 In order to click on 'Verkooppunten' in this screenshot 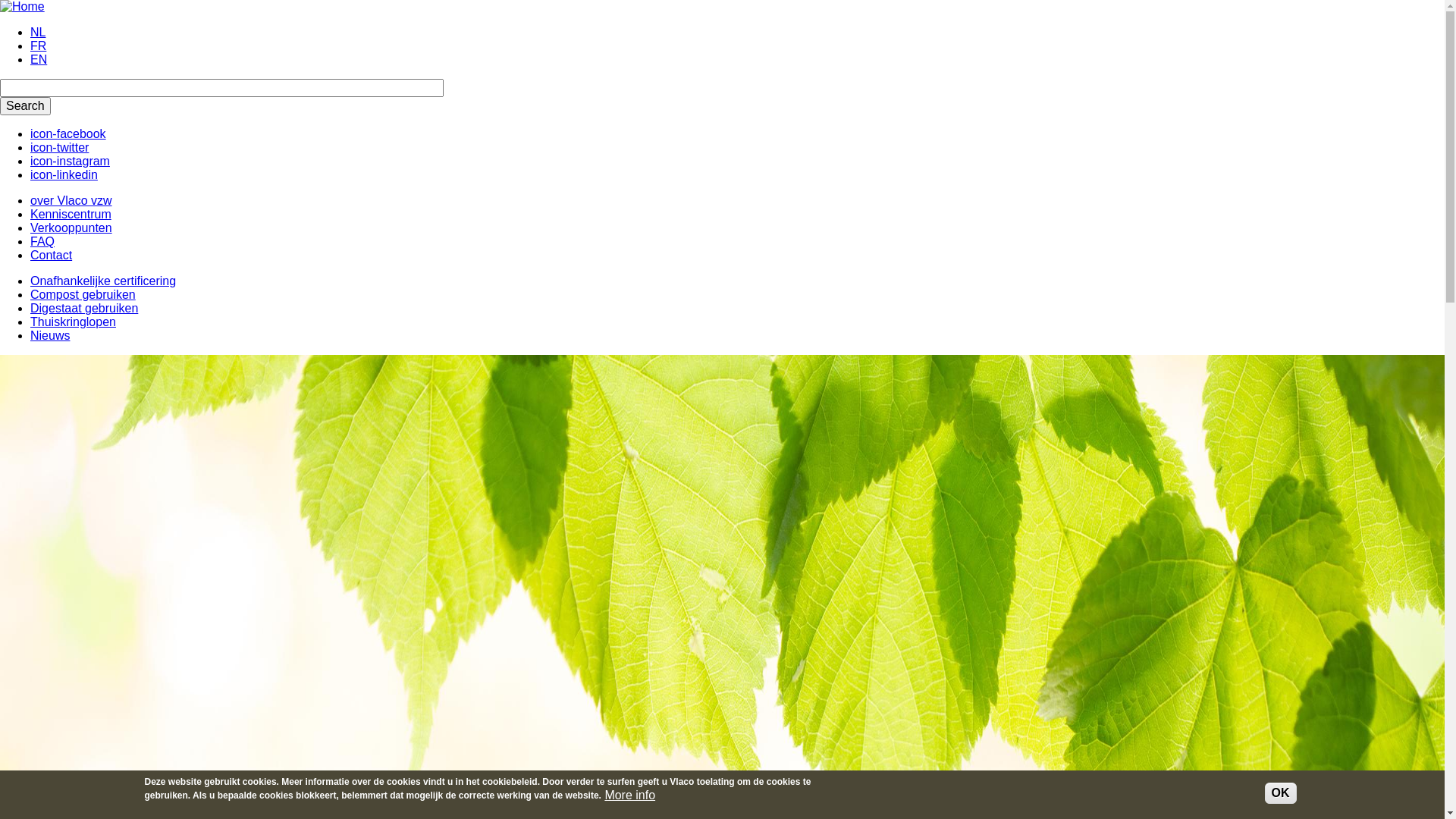, I will do `click(71, 227)`.